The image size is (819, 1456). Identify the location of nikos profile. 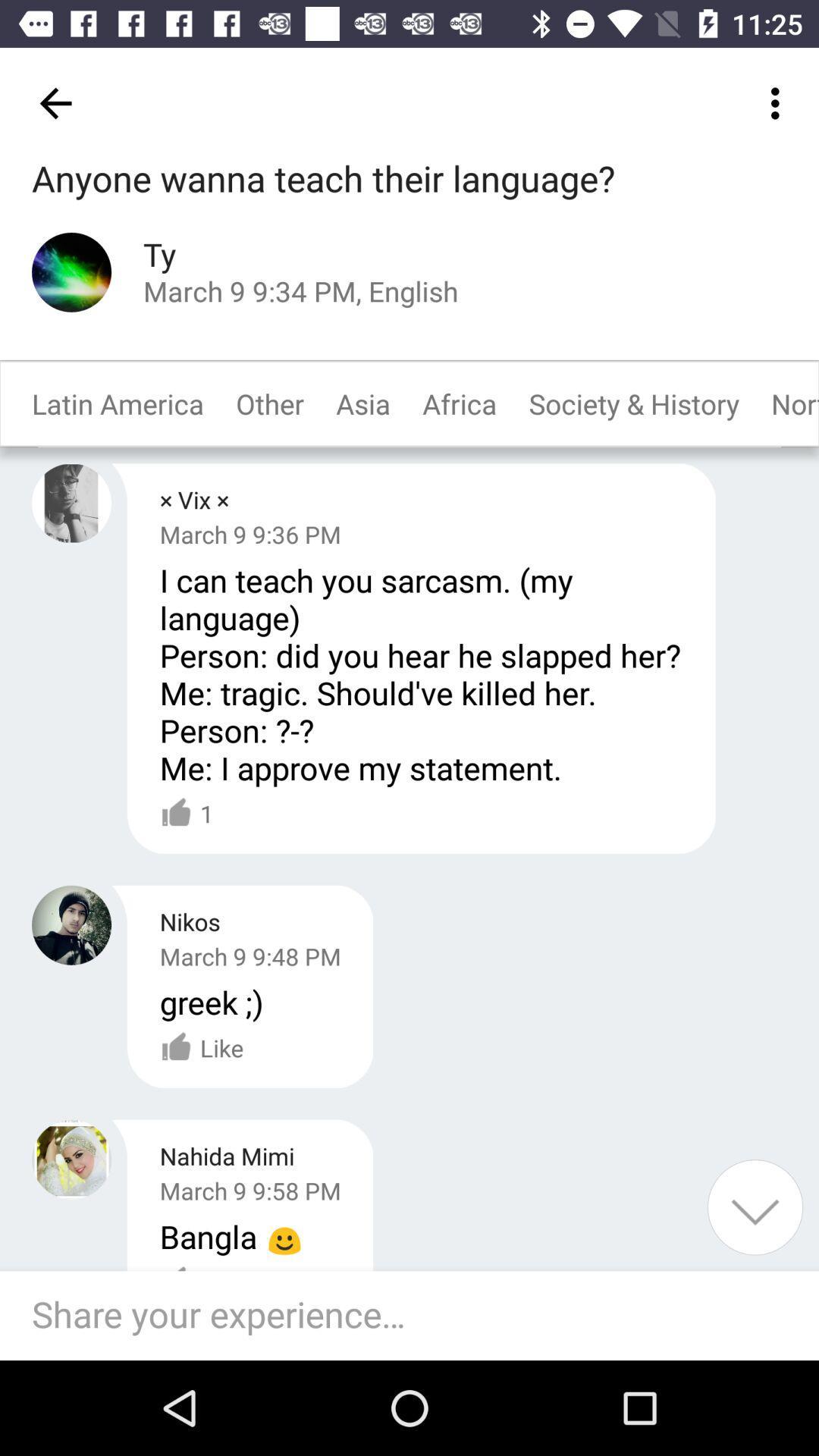
(71, 924).